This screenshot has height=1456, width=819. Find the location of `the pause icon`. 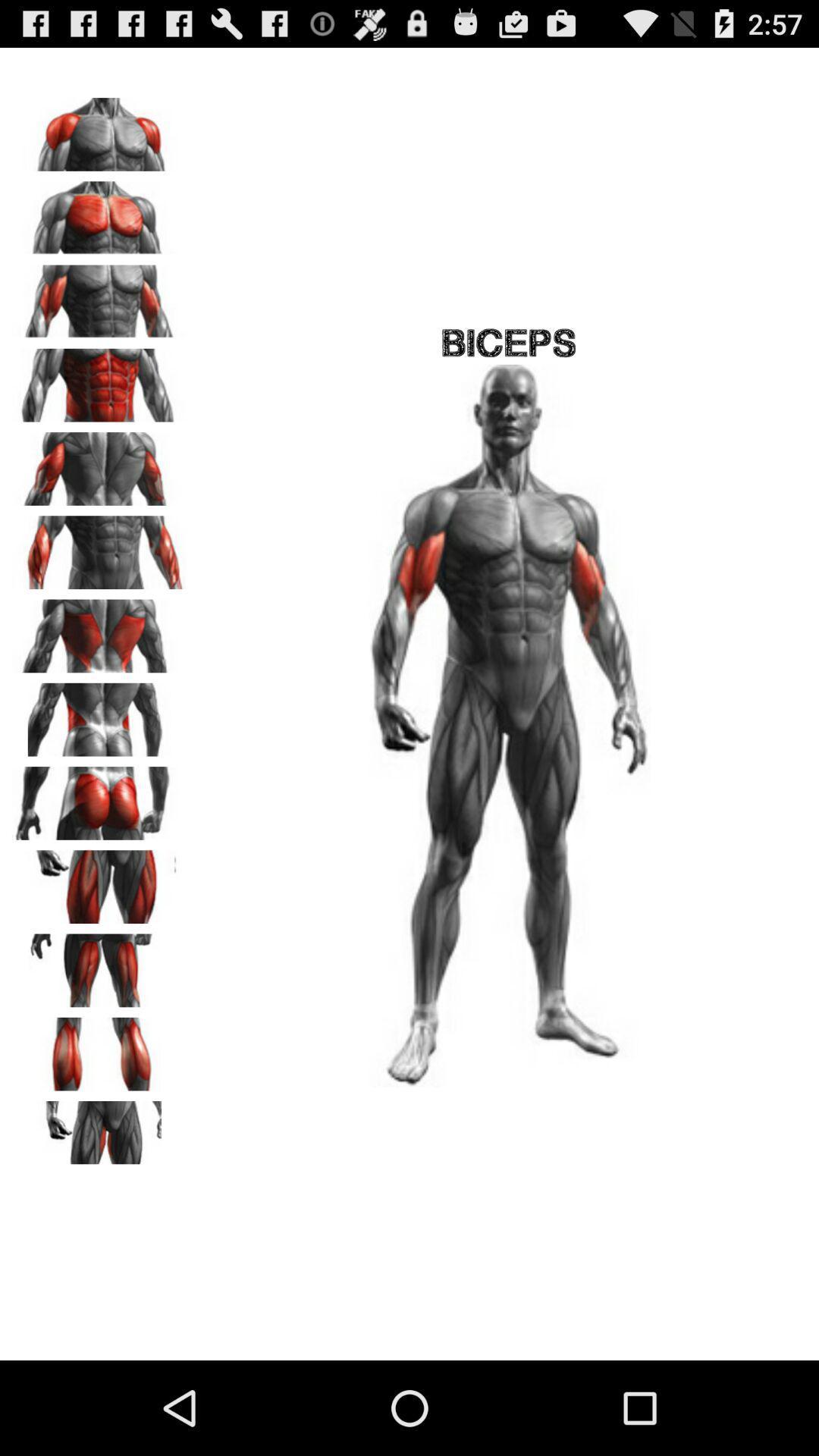

the pause icon is located at coordinates (99, 1122).